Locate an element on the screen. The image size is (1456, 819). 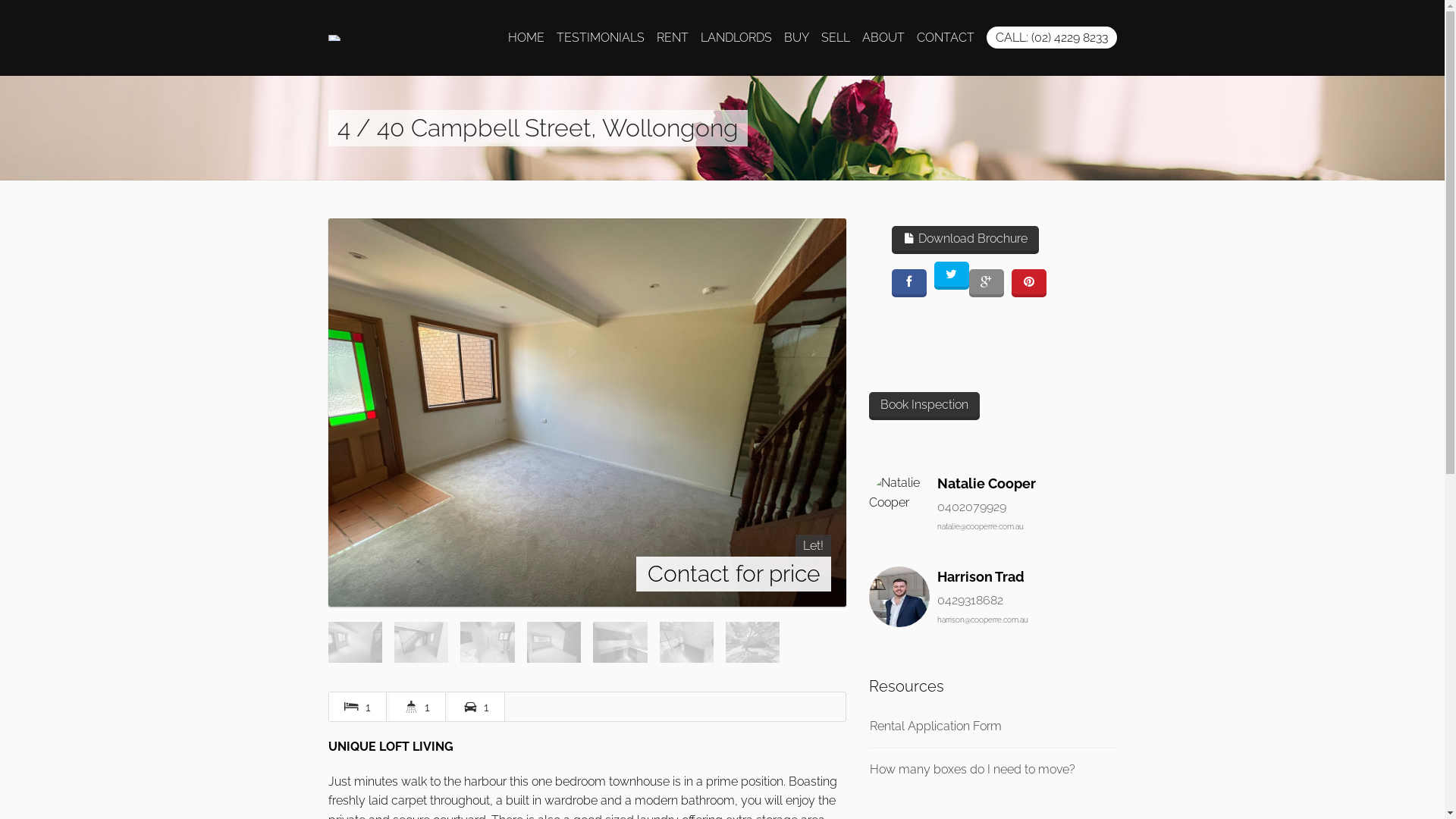
'SELL' is located at coordinates (833, 37).